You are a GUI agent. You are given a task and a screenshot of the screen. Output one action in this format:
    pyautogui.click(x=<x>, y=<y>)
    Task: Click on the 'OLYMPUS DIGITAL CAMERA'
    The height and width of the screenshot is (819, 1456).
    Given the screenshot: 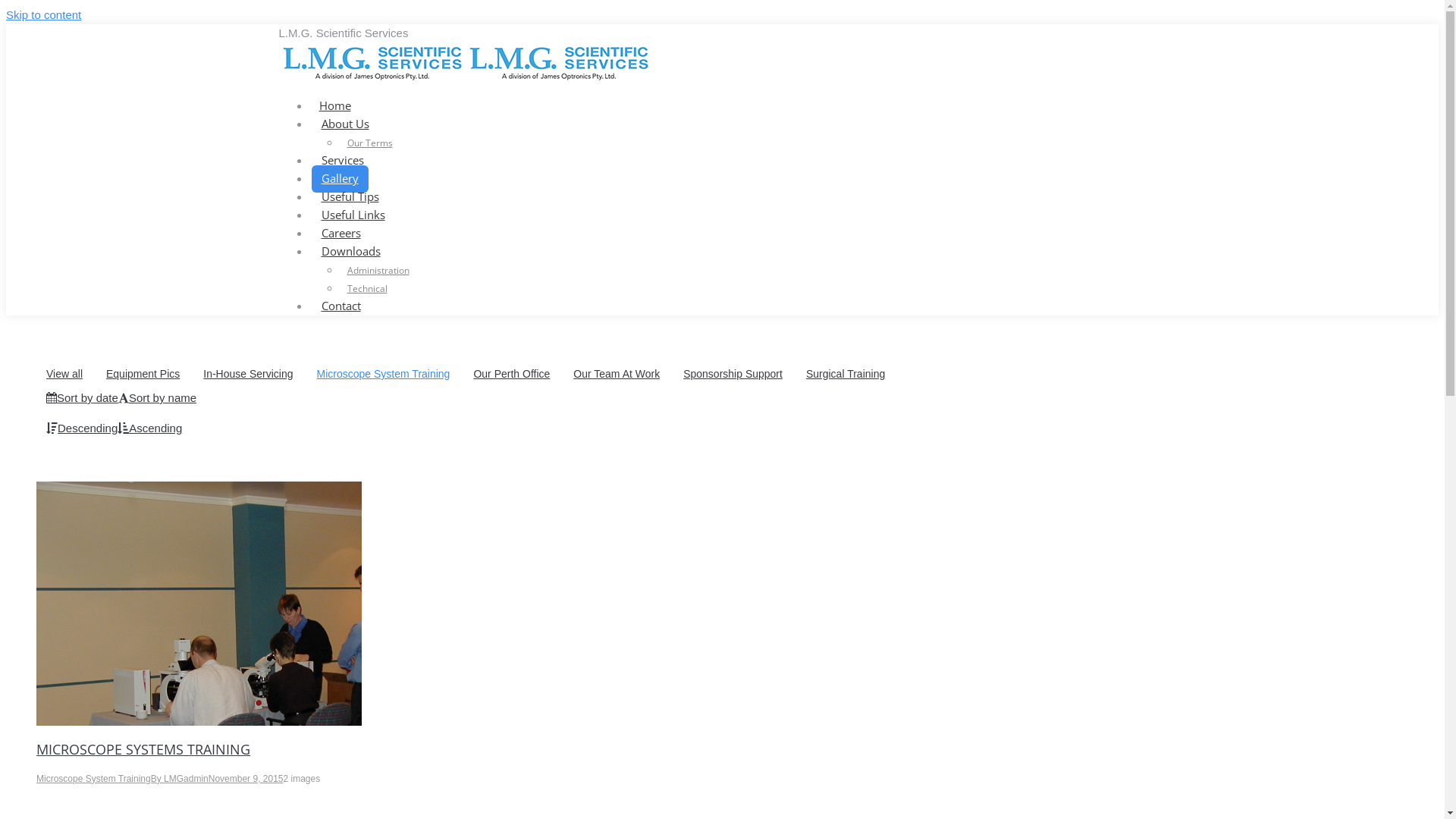 What is the action you would take?
    pyautogui.click(x=198, y=602)
    